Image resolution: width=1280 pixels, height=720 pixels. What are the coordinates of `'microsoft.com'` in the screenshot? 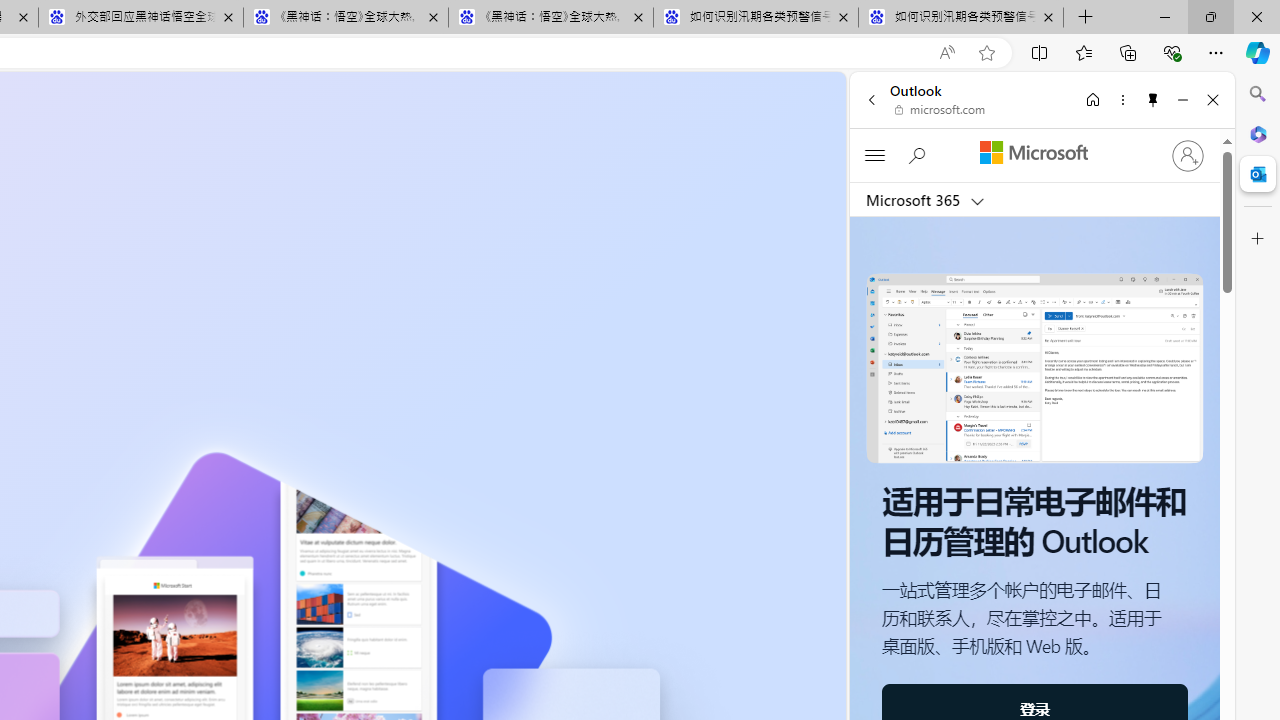 It's located at (939, 110).